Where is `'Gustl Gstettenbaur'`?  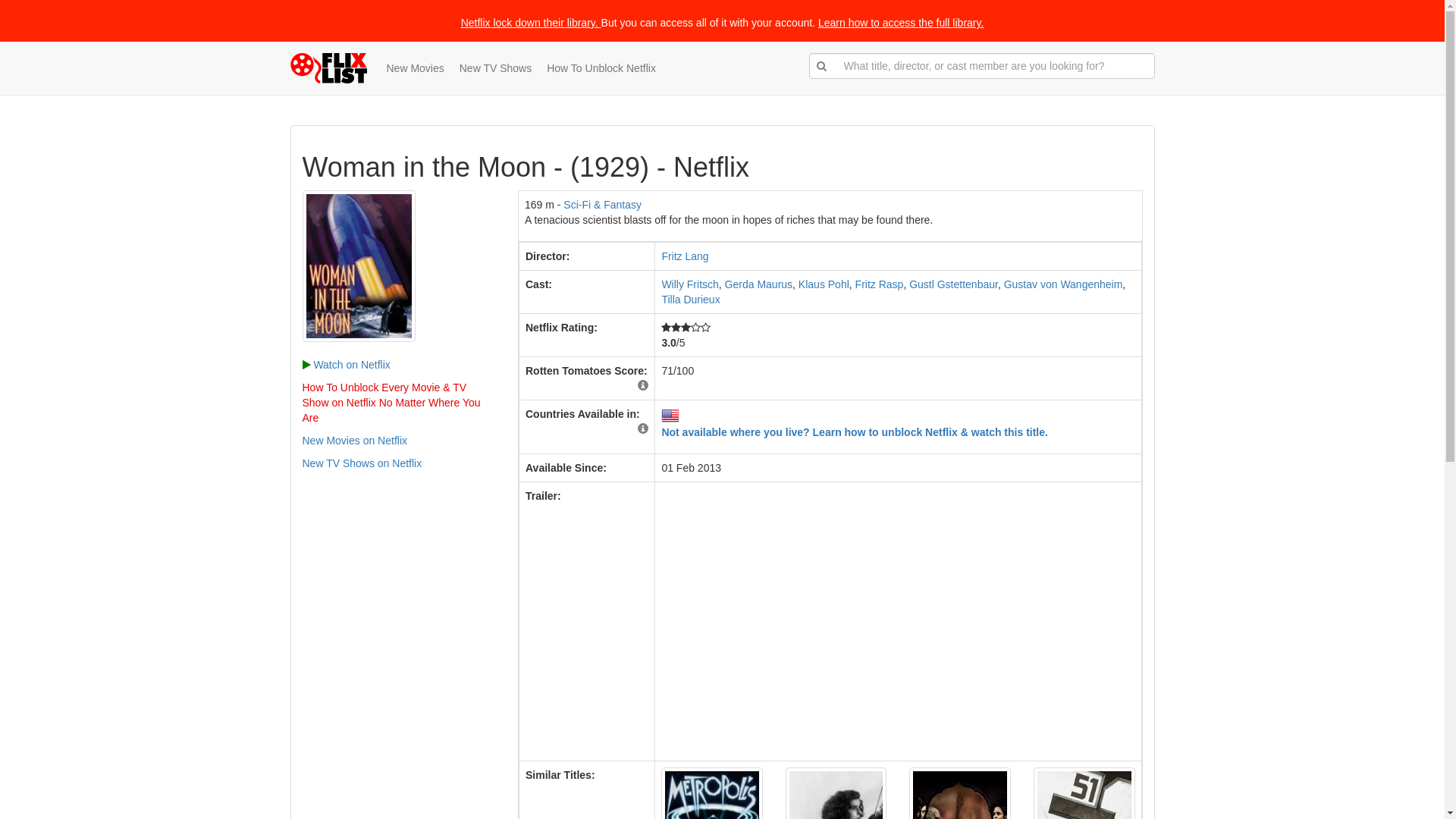 'Gustl Gstettenbaur' is located at coordinates (952, 284).